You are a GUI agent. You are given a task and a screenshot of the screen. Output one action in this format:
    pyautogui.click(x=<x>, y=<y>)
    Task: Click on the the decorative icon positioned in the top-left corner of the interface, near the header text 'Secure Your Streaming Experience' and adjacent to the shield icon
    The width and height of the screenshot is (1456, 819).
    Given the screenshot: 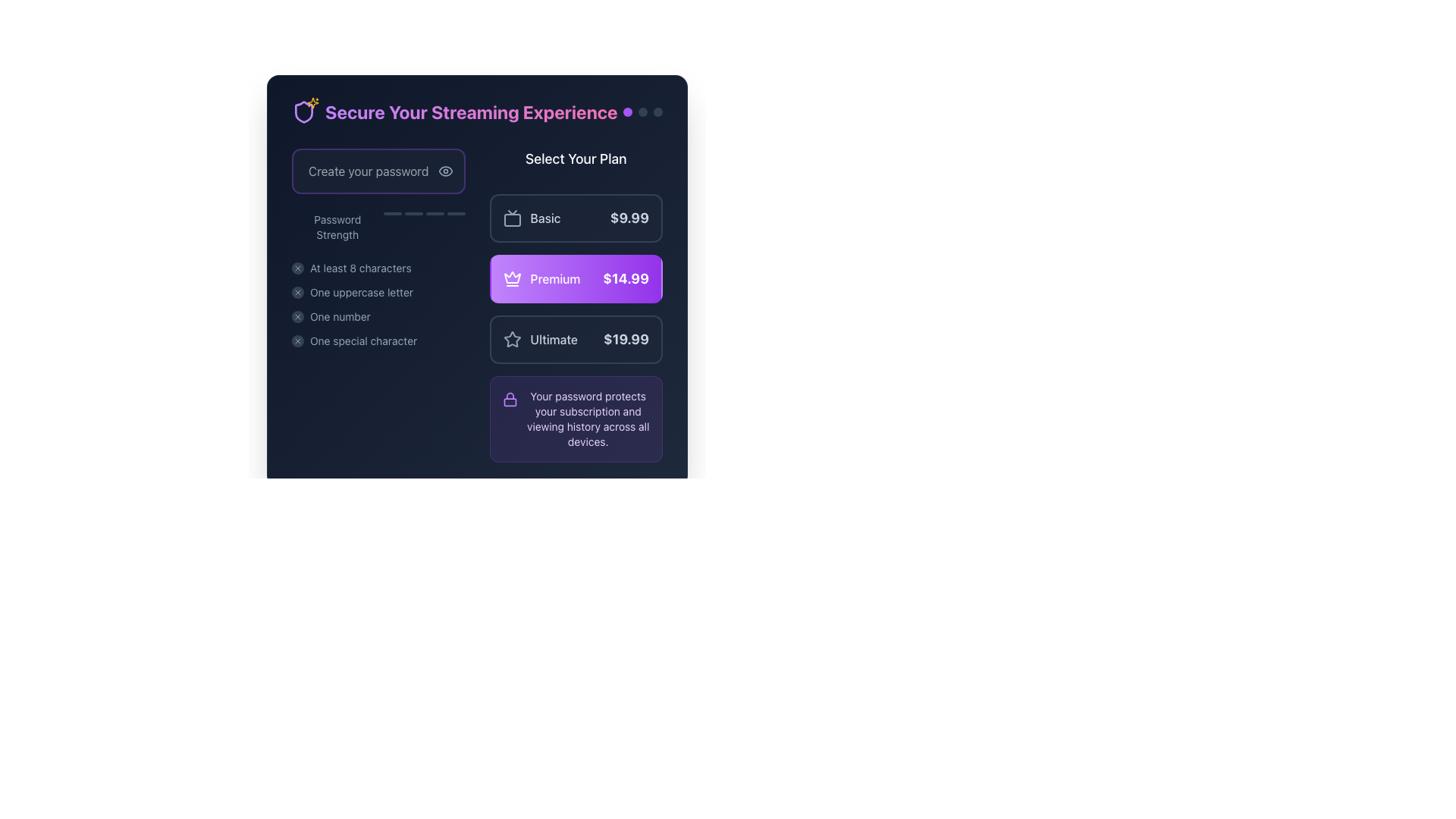 What is the action you would take?
    pyautogui.click(x=312, y=102)
    